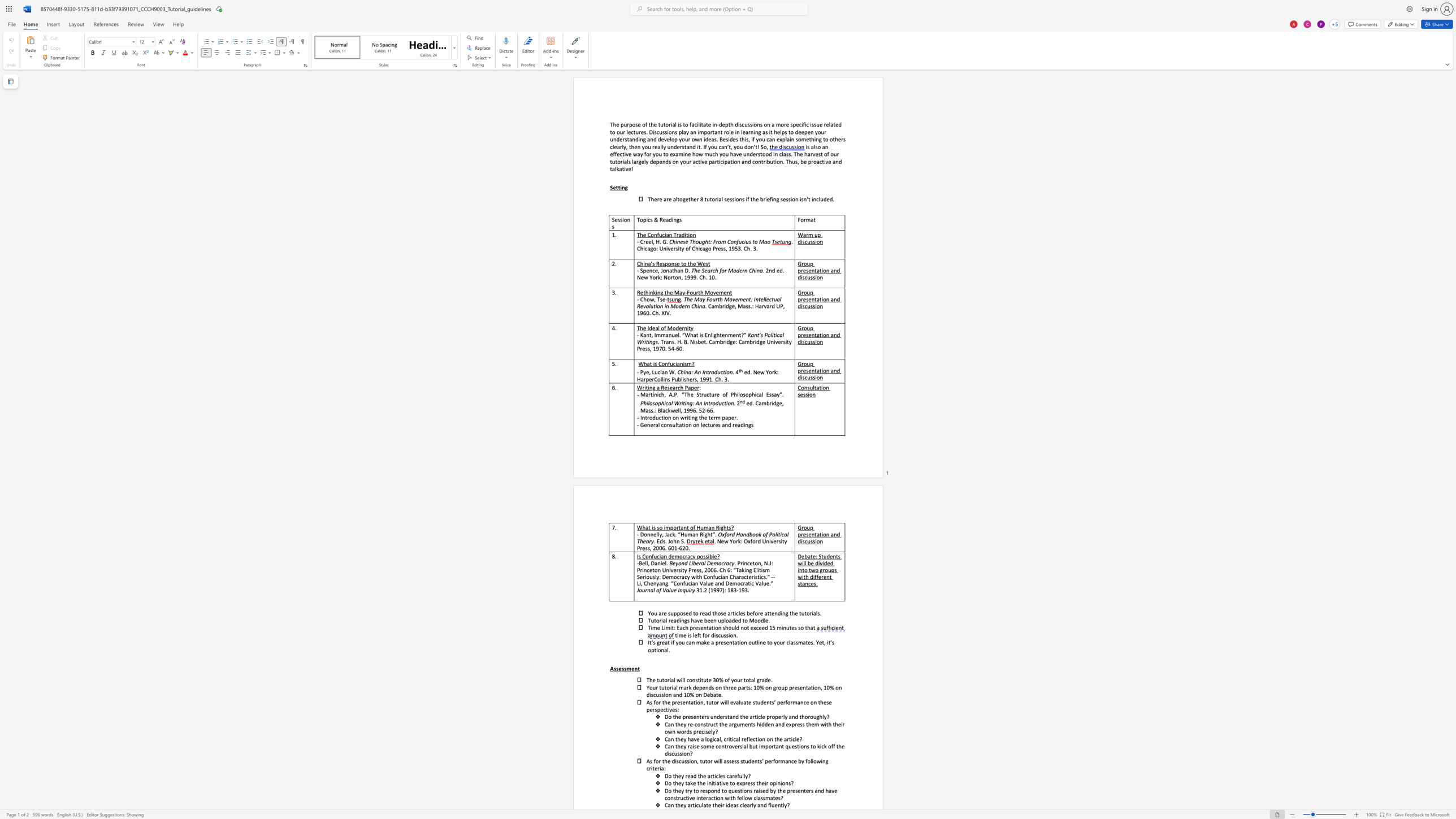 The height and width of the screenshot is (819, 1456). I want to click on the space between the continuous character "a" and "r" in the text, so click(714, 161).